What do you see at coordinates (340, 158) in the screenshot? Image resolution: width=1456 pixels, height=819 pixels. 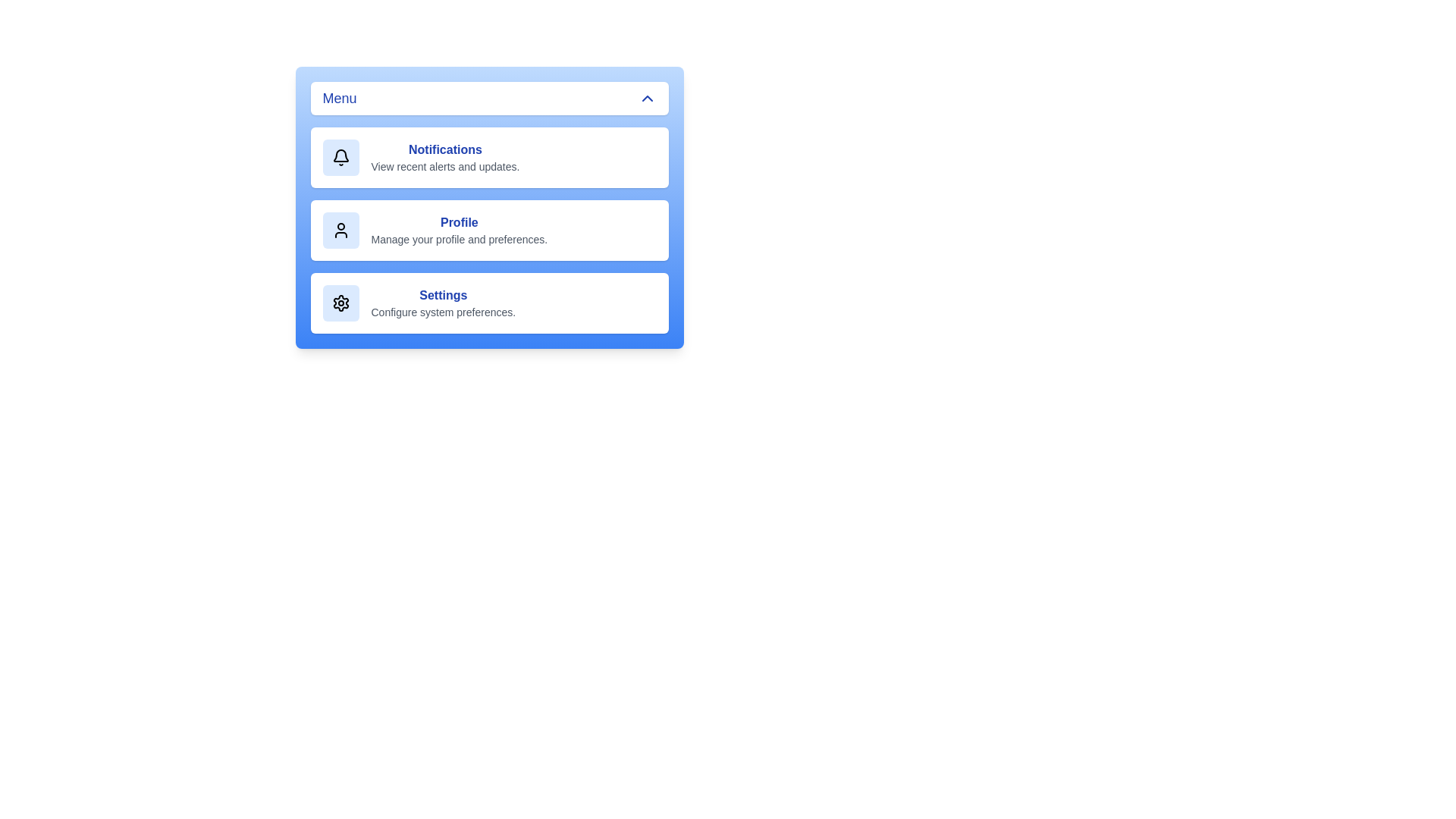 I see `the icon corresponding to Notifications in the menu` at bounding box center [340, 158].